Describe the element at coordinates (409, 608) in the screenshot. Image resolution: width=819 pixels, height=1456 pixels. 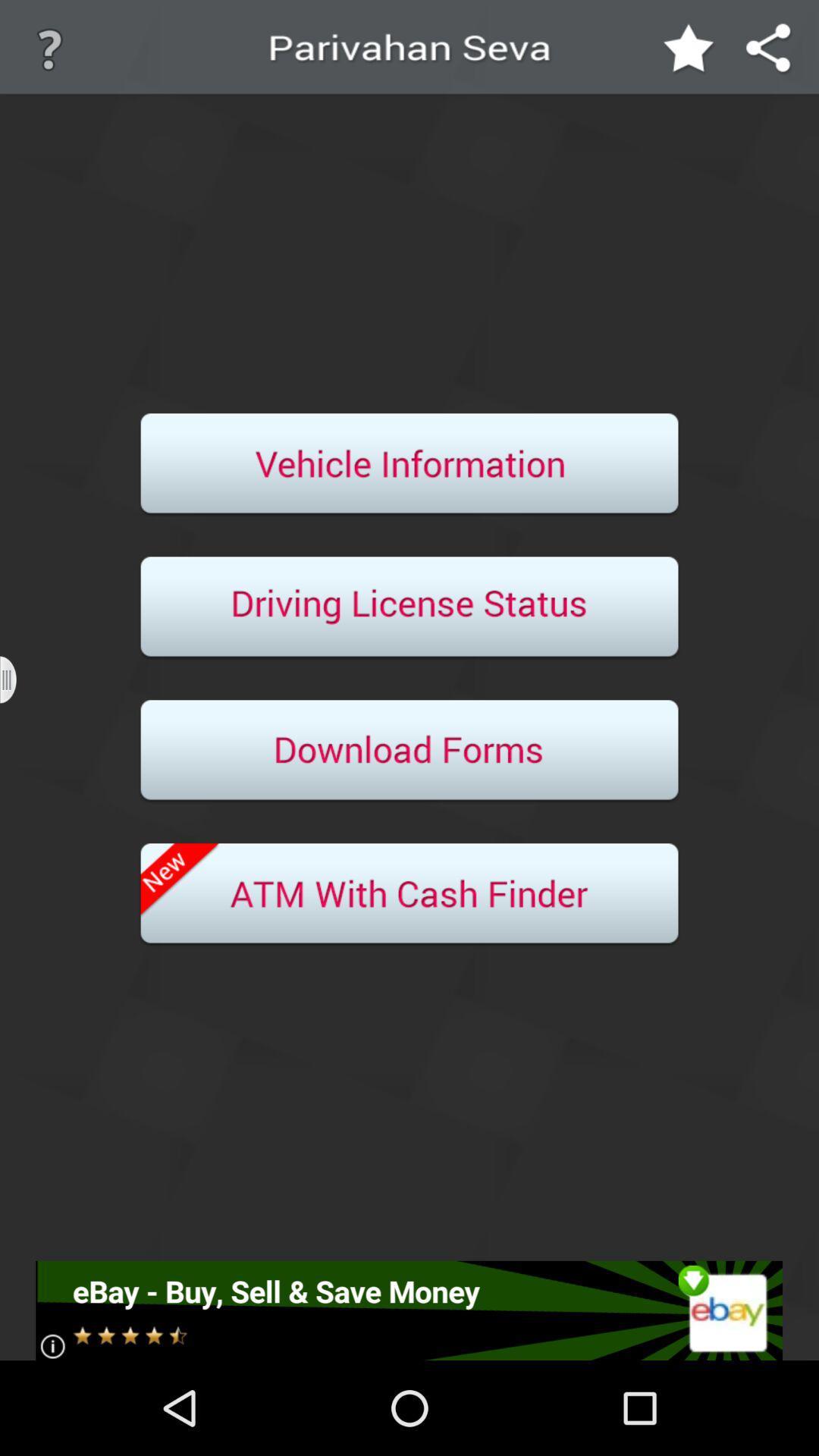
I see `driving license status` at that location.